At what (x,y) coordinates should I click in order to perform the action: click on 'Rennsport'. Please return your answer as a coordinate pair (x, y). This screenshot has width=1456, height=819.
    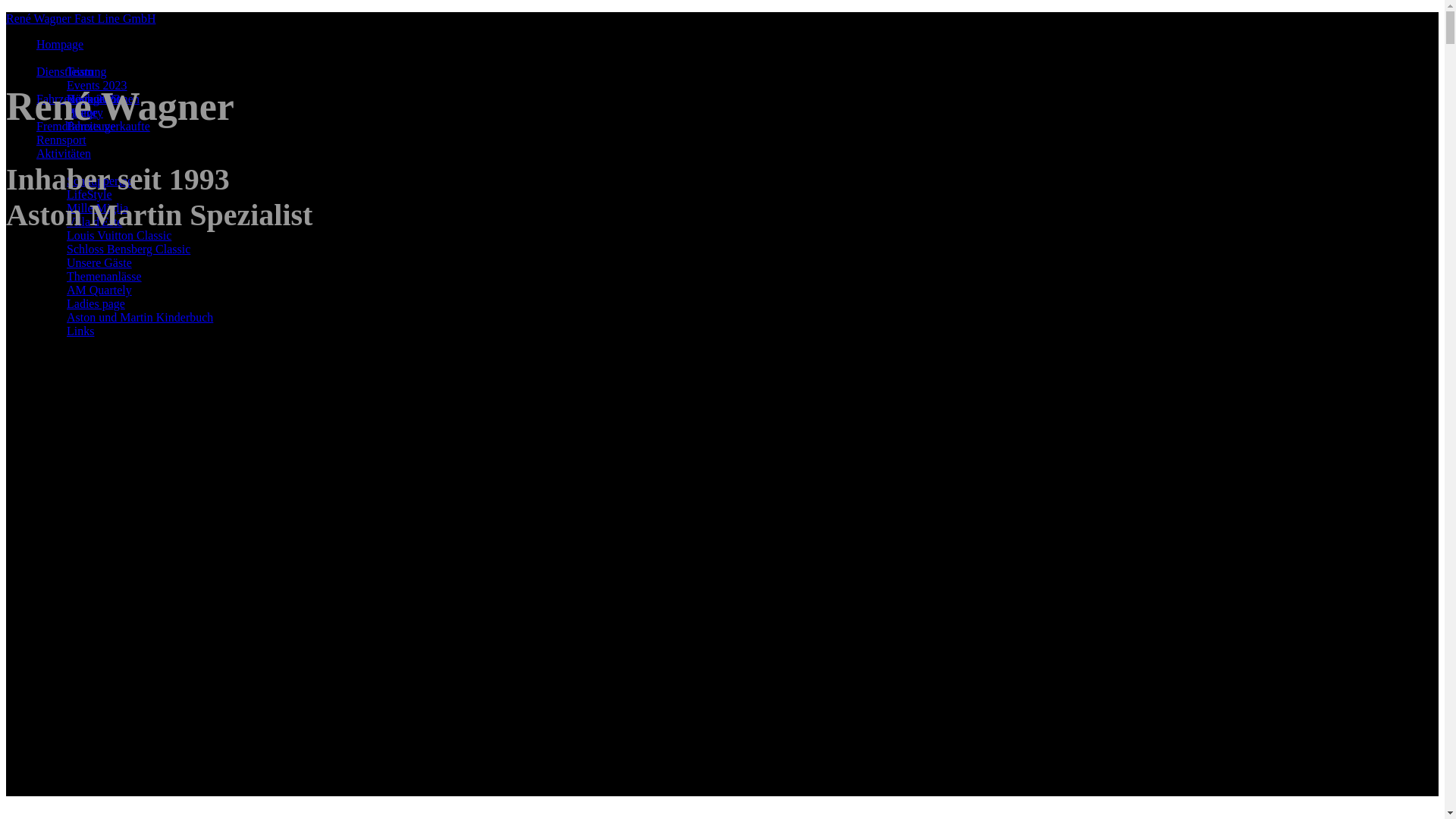
    Looking at the image, I should click on (61, 140).